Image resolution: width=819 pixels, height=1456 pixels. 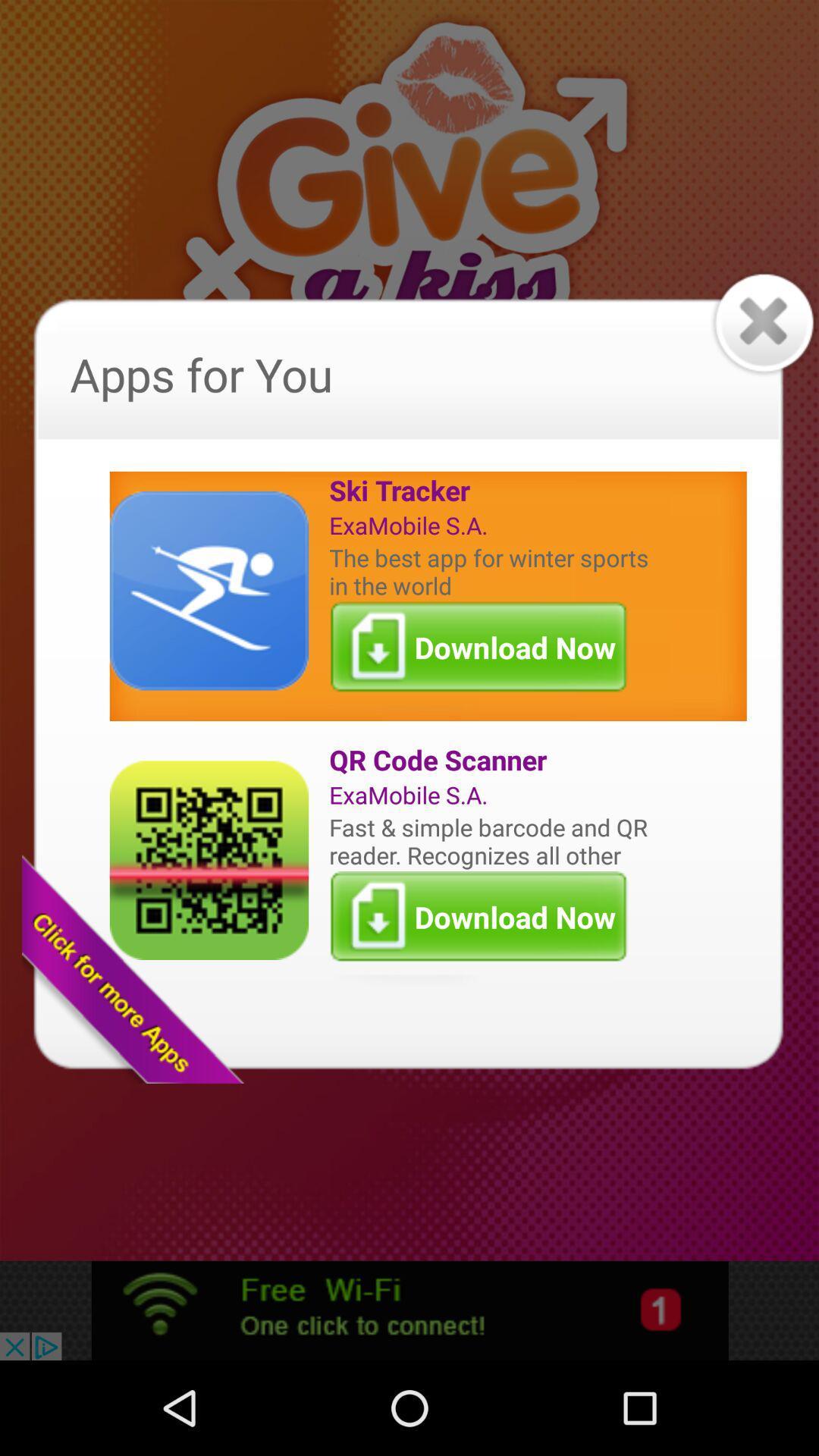 What do you see at coordinates (492, 760) in the screenshot?
I see `qr code scanner item` at bounding box center [492, 760].